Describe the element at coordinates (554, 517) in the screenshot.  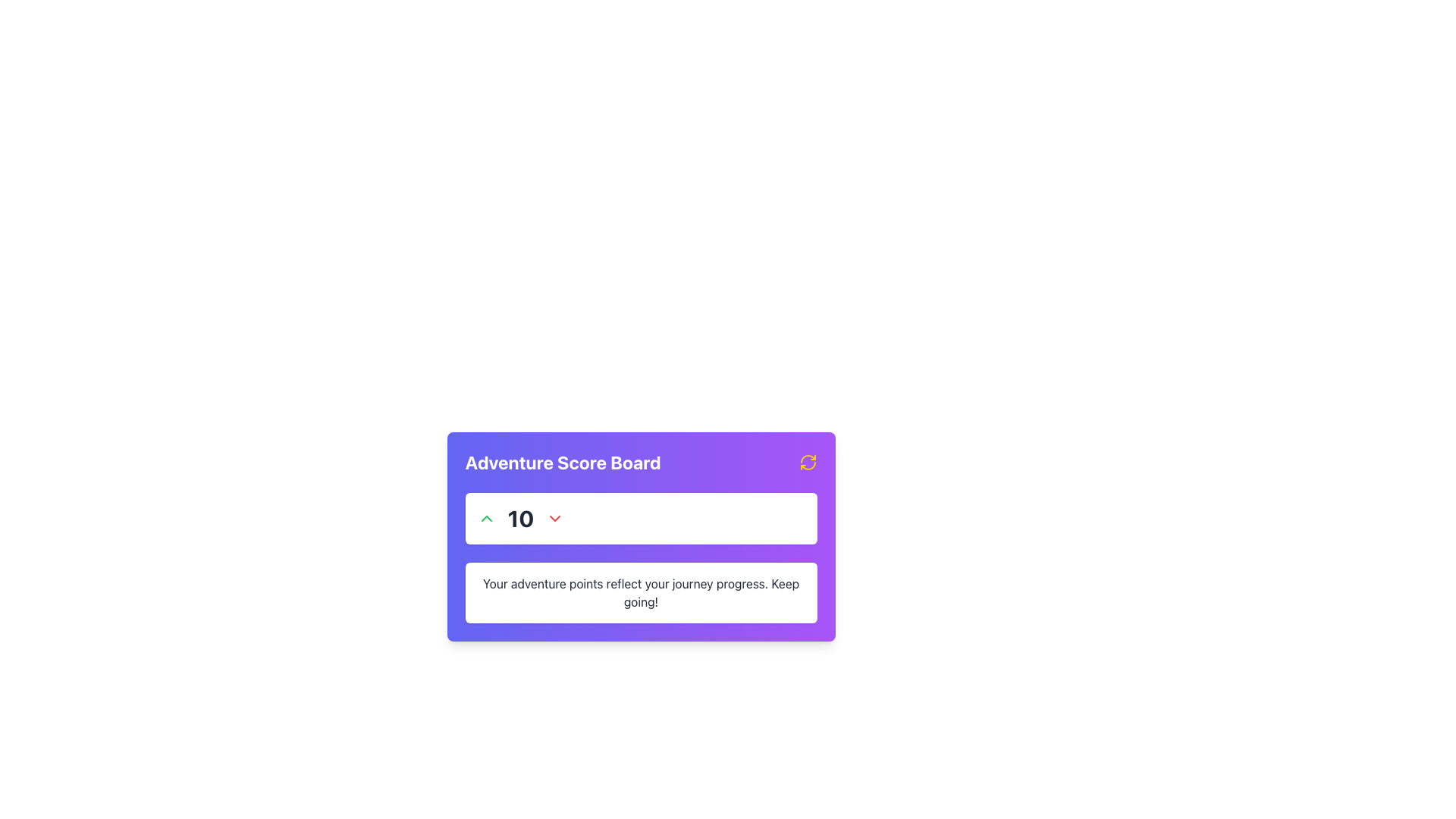
I see `the downward-pointing red chevron arrow icon located to the right of the bold number '10' for additional interaction` at that location.